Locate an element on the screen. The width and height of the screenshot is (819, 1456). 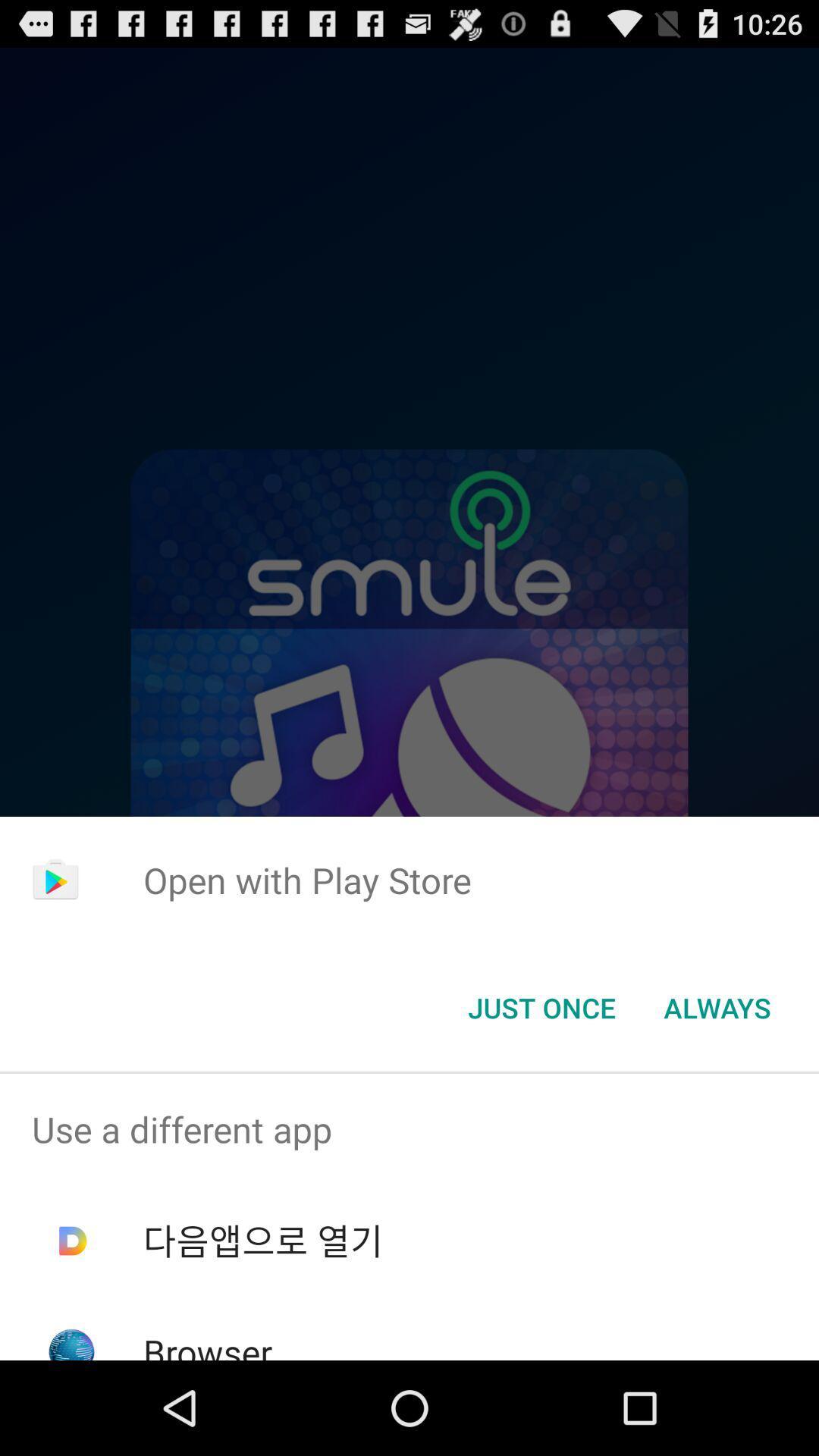
just once item is located at coordinates (541, 1008).